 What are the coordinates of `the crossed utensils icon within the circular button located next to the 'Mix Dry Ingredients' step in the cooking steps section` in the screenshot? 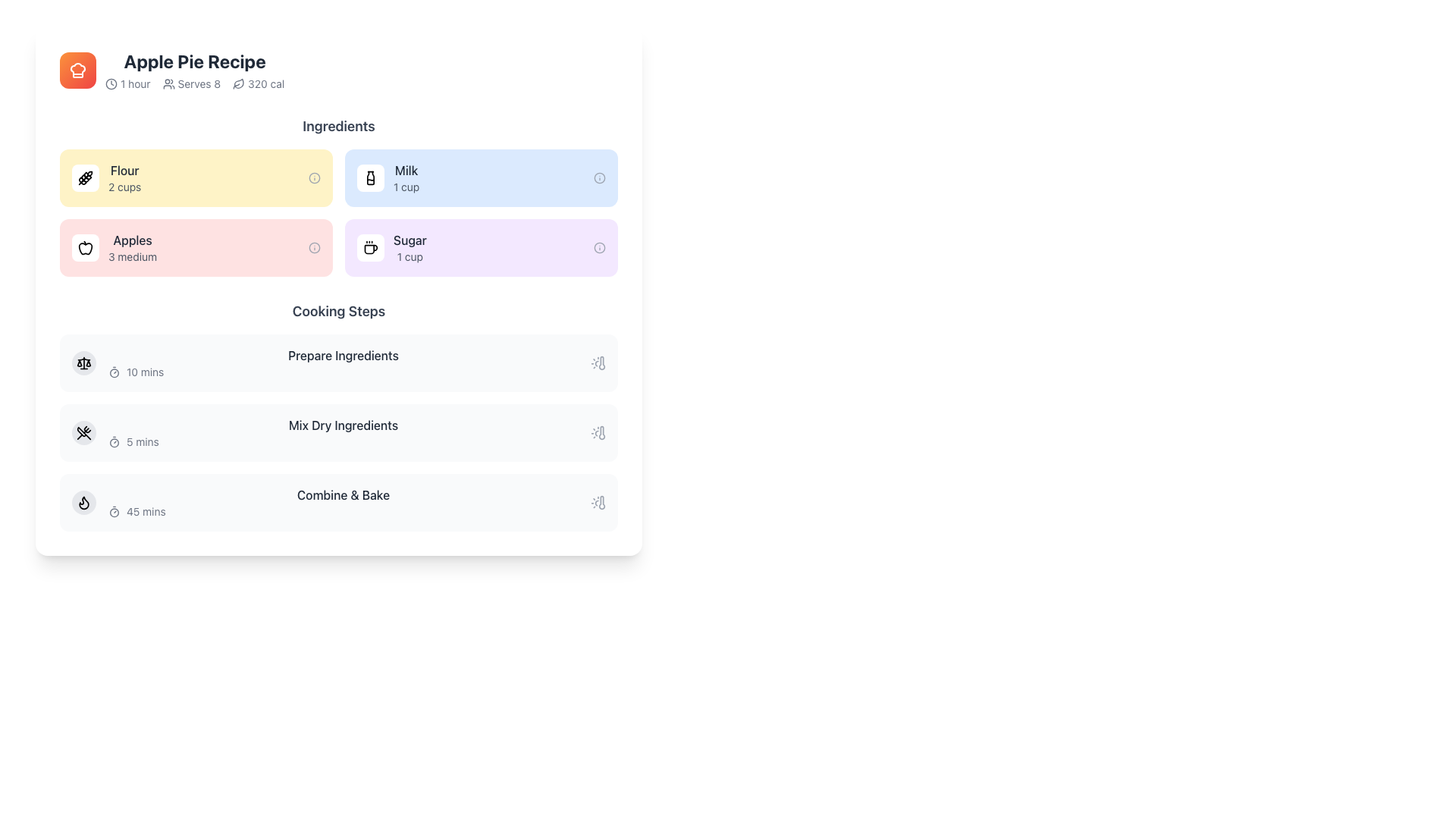 It's located at (83, 432).